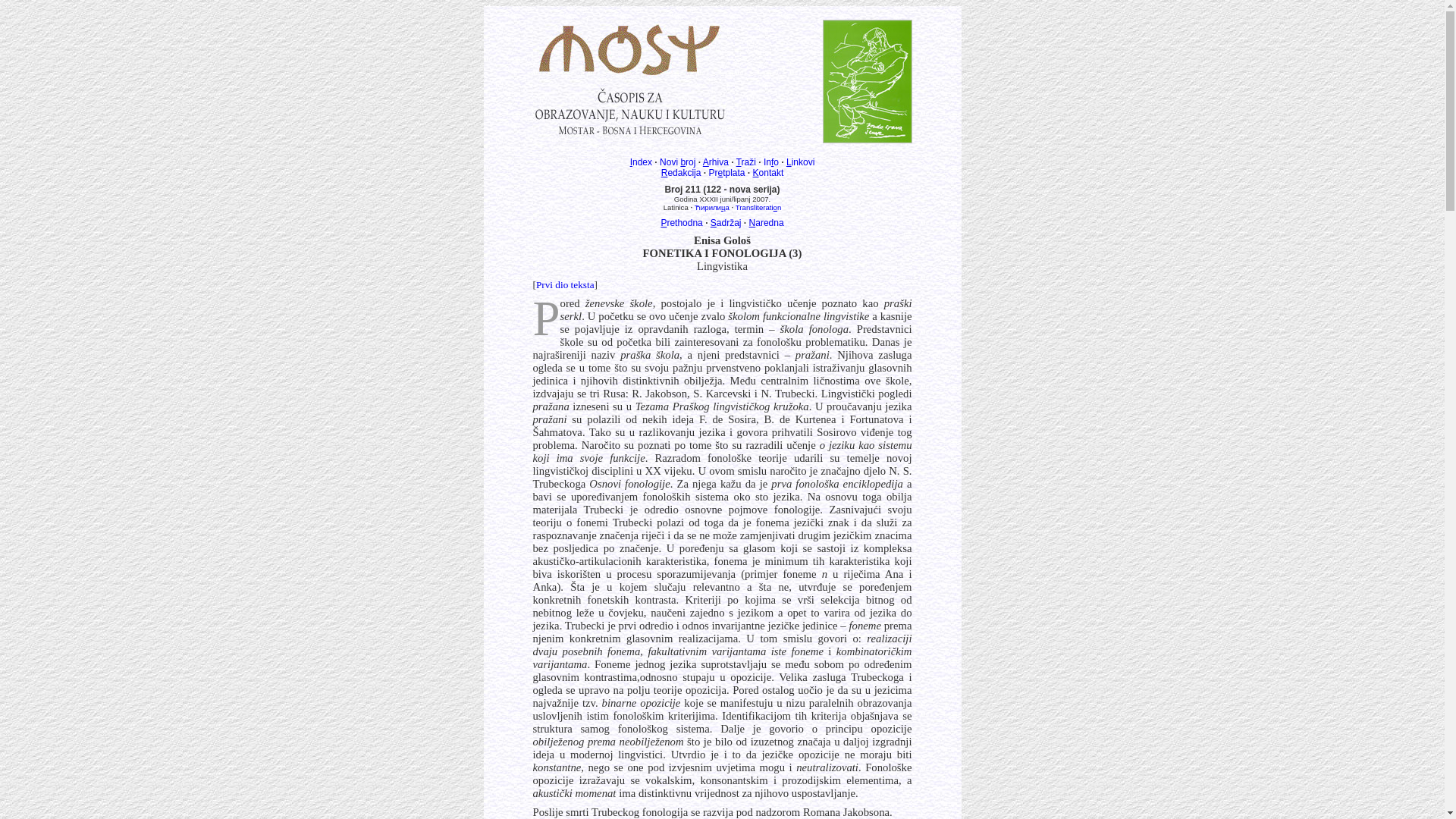 The image size is (1456, 819). I want to click on 'Kontakt', so click(753, 171).